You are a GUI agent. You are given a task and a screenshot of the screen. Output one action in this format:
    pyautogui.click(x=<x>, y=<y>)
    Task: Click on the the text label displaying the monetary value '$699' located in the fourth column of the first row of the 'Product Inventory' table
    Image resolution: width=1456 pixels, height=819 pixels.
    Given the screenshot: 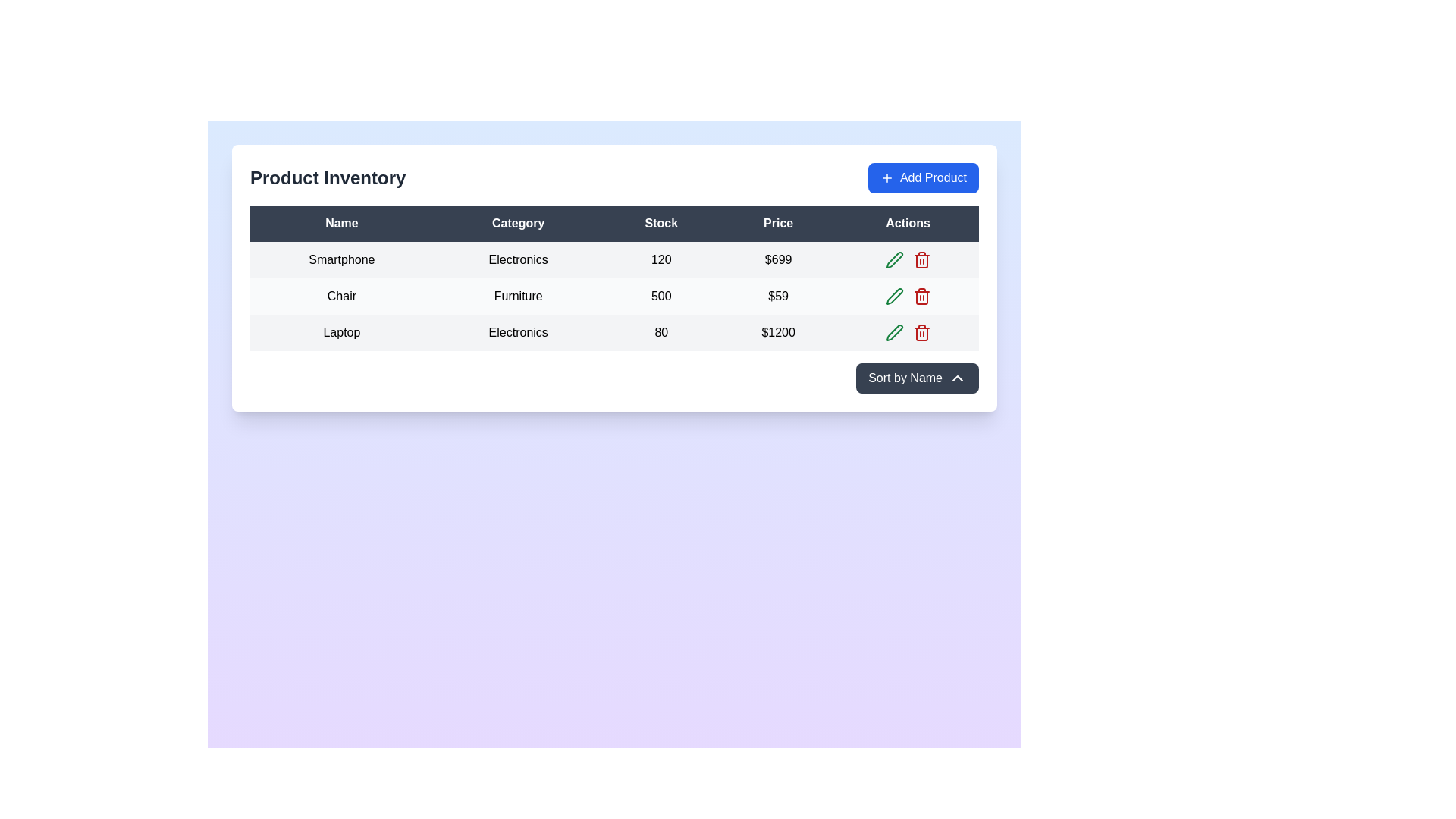 What is the action you would take?
    pyautogui.click(x=778, y=259)
    